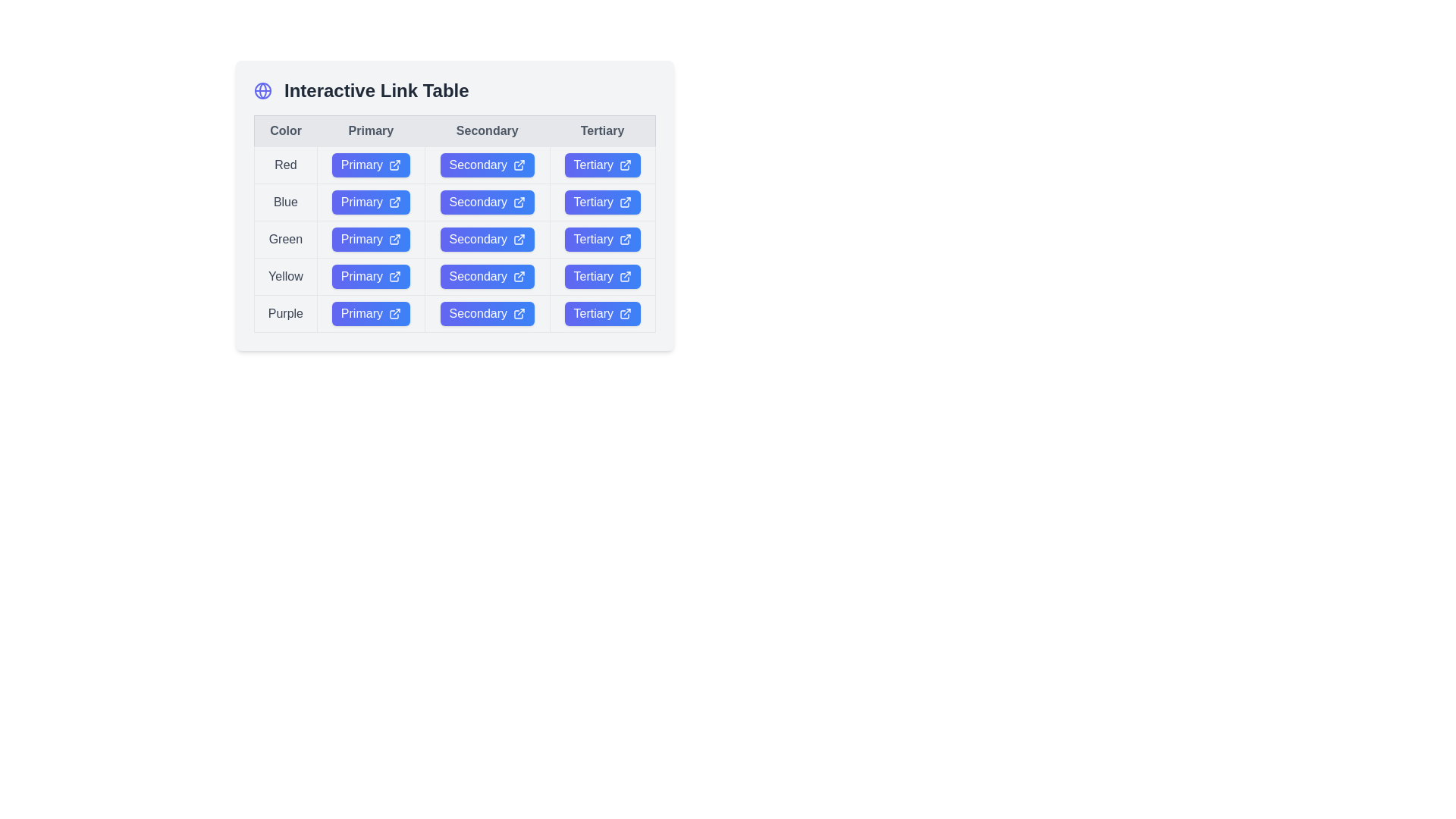 The width and height of the screenshot is (1456, 819). I want to click on the visual style of the external link icon located within the 'Primary' button in the 'Purple' row of the 'Interactive Link Table.', so click(394, 312).